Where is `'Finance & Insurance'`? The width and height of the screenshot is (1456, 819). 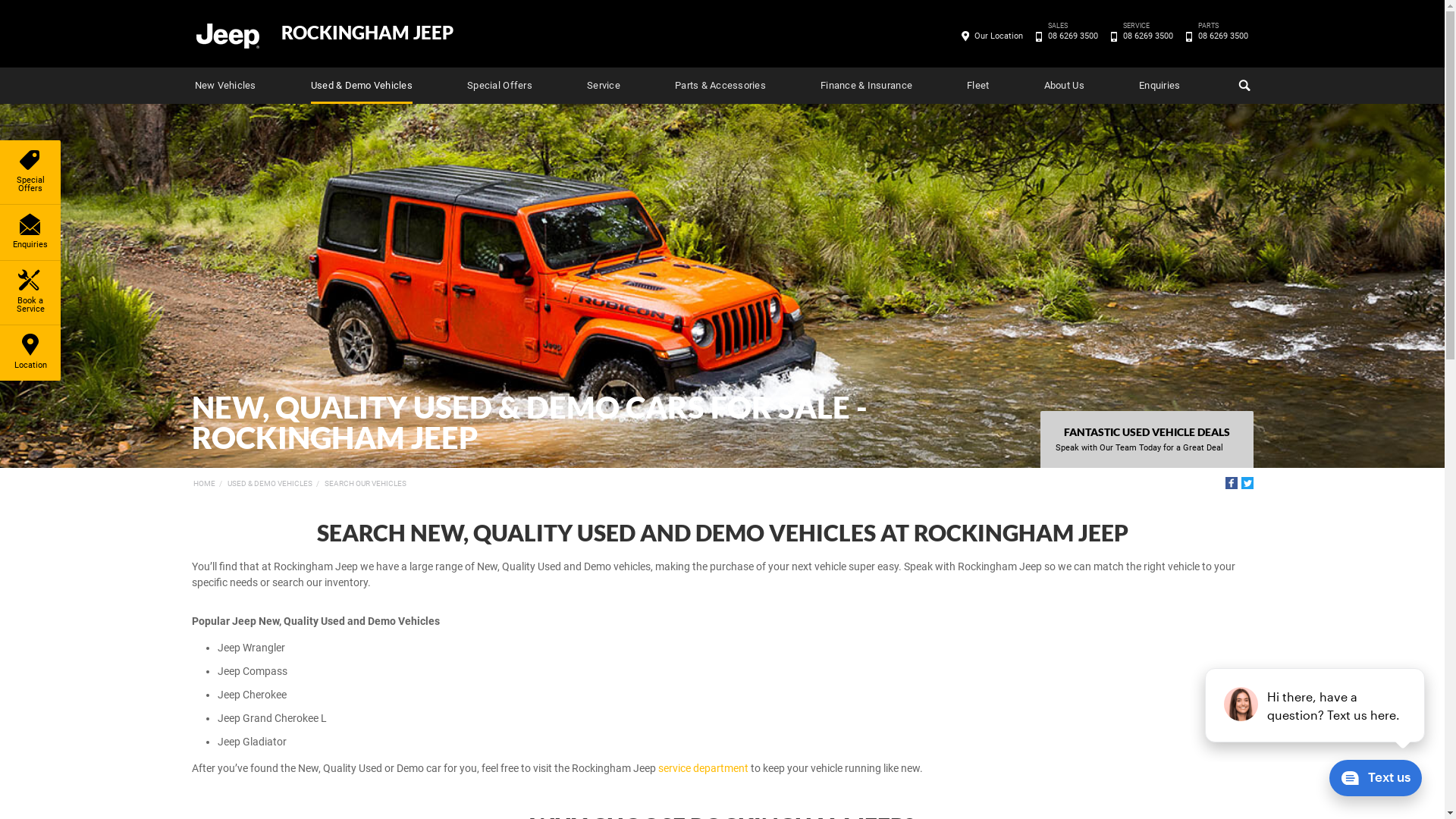 'Finance & Insurance' is located at coordinates (866, 85).